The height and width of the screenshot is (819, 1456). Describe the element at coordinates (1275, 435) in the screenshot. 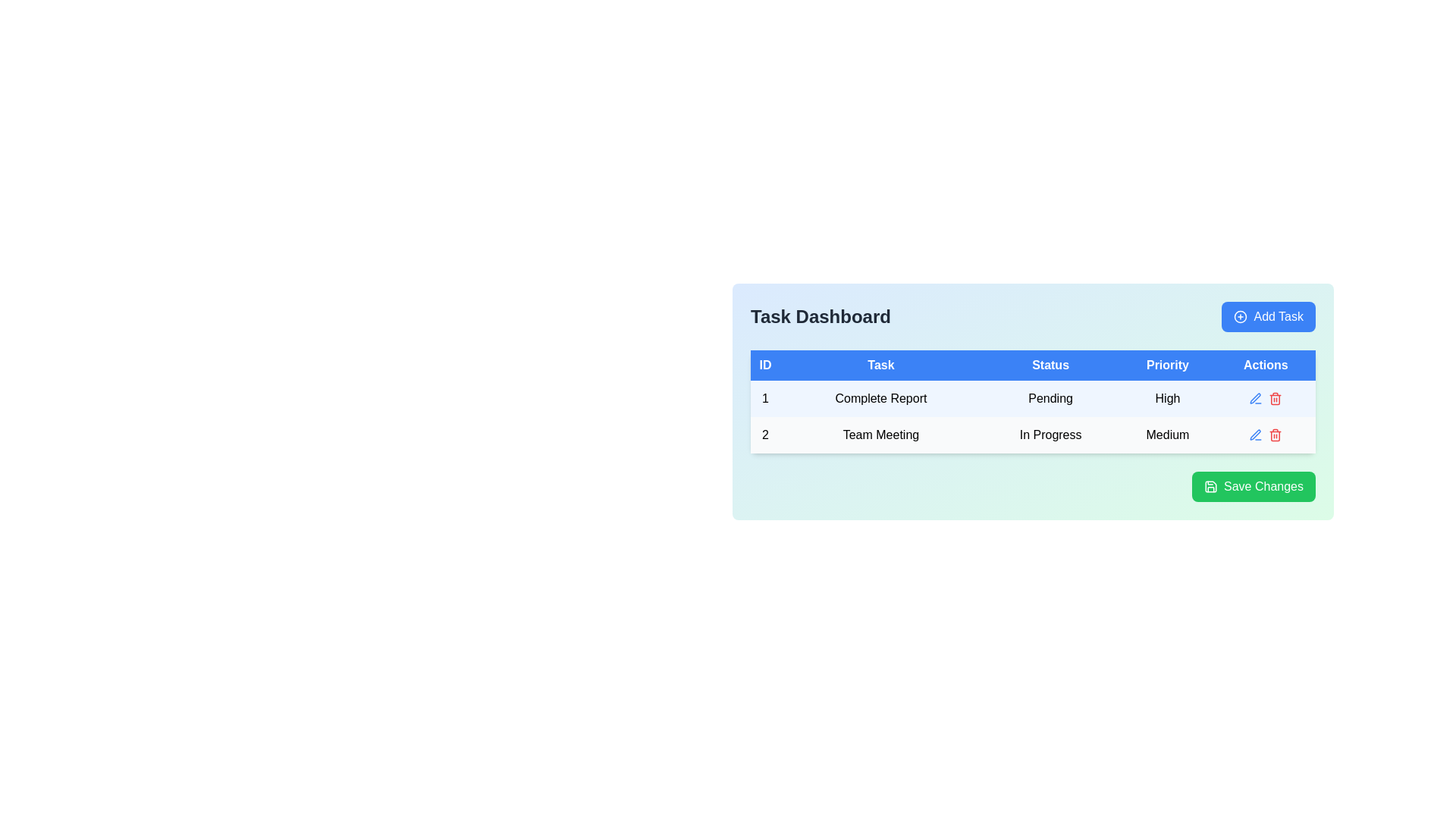

I see `the red trash bin icon` at that location.